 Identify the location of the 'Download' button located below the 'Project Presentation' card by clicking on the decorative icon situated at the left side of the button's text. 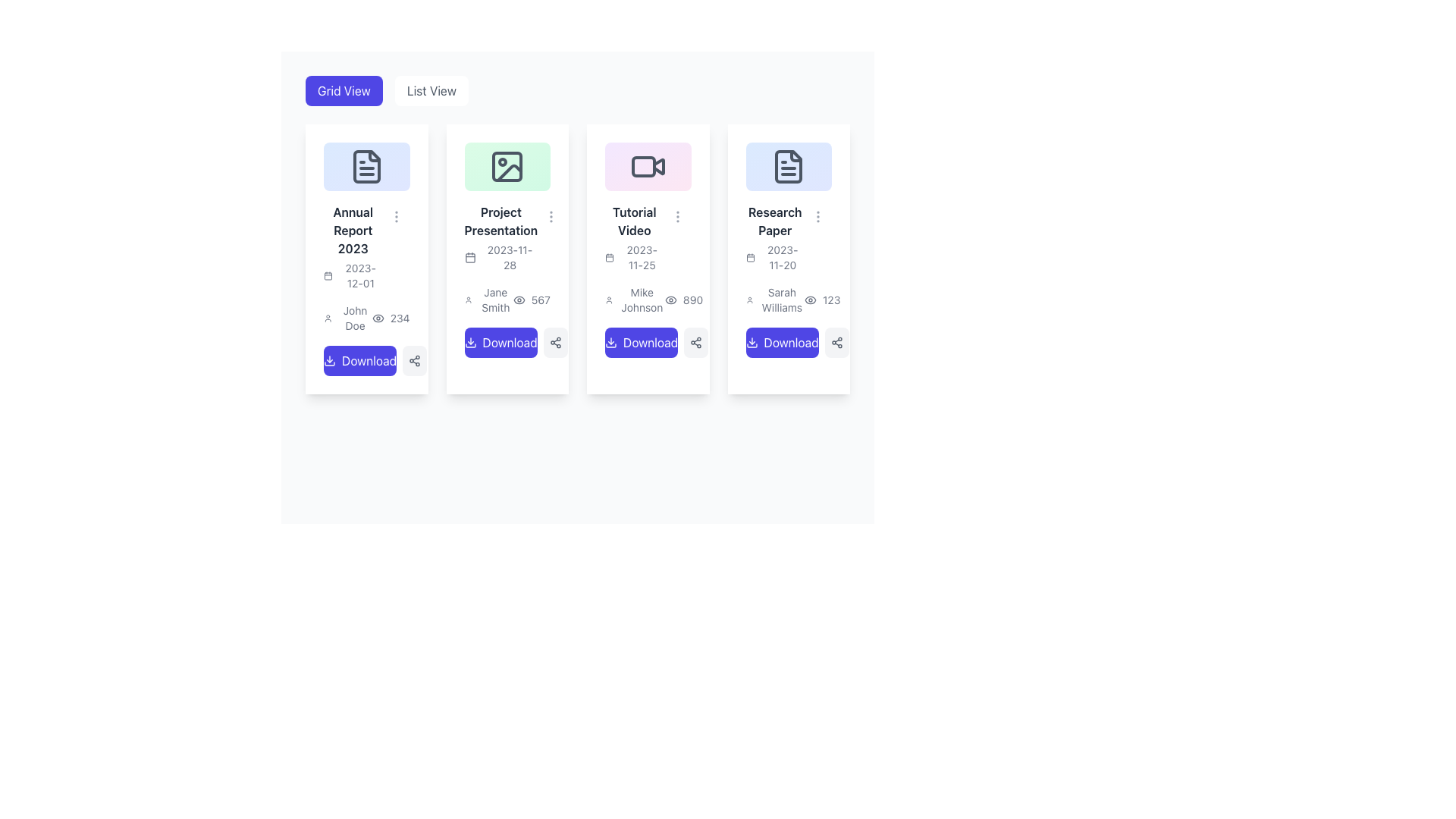
(469, 342).